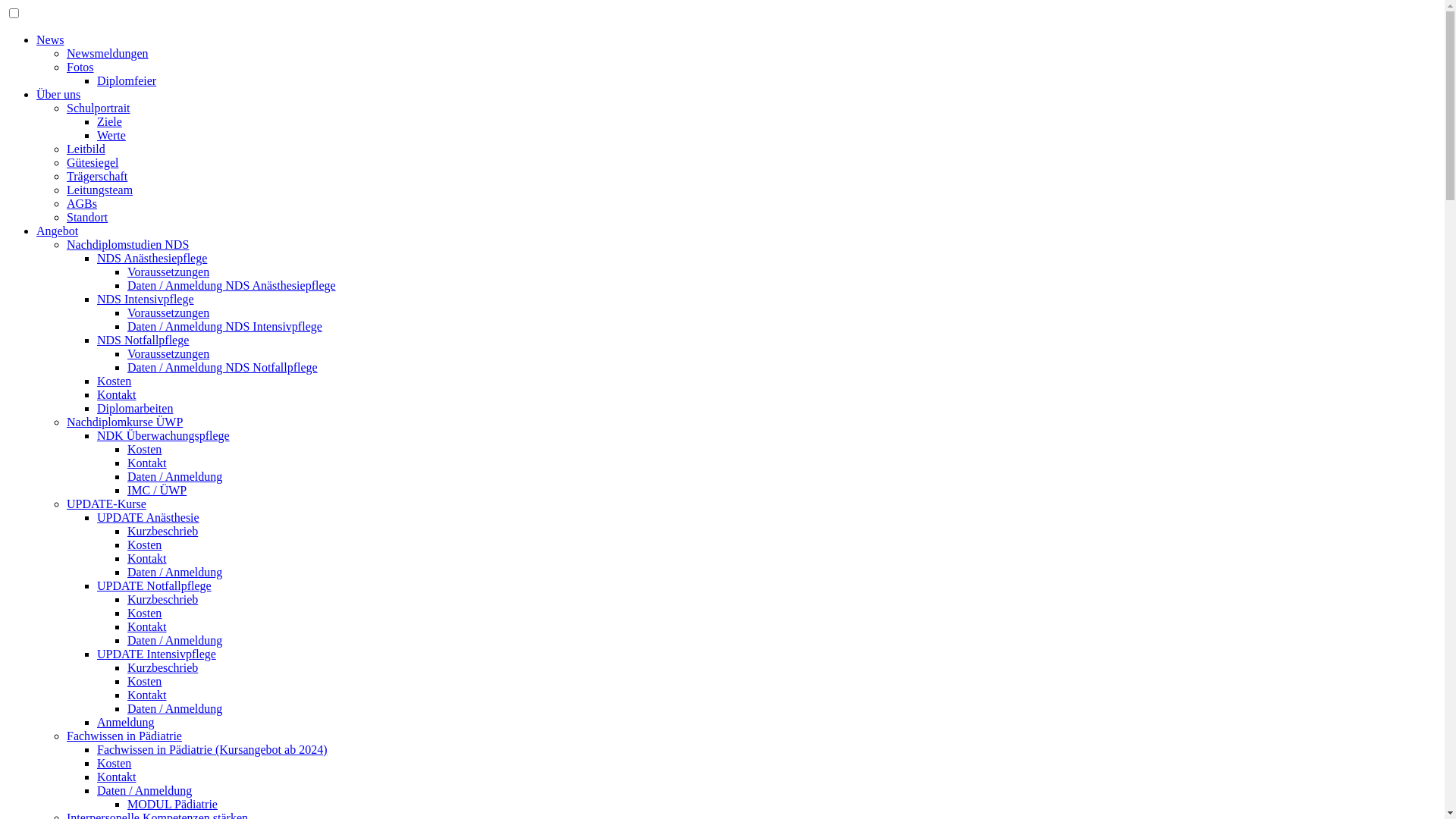  What do you see at coordinates (111, 134) in the screenshot?
I see `'Werte'` at bounding box center [111, 134].